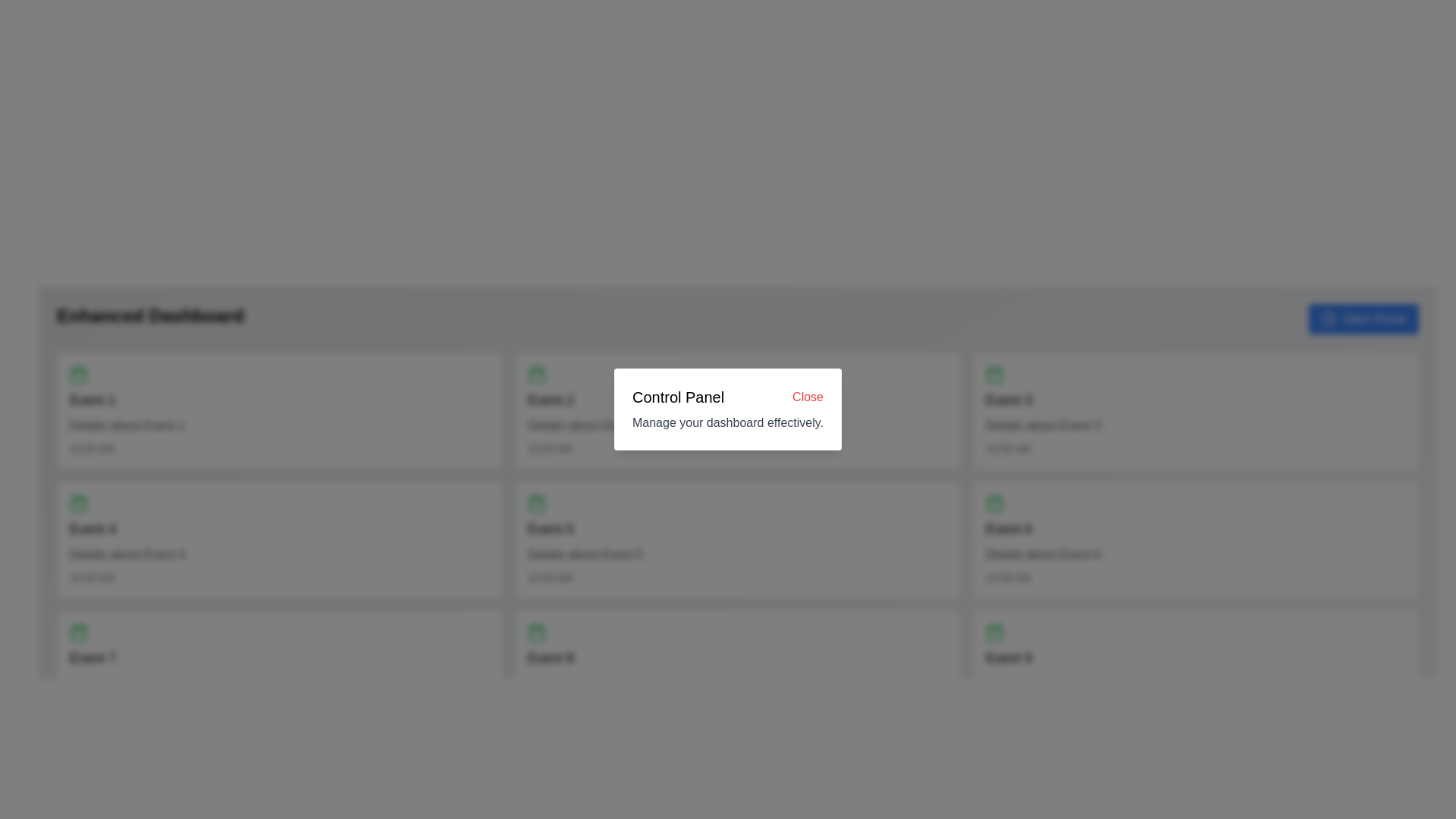 The height and width of the screenshot is (819, 1456). What do you see at coordinates (280, 668) in the screenshot?
I see `the first card in the third row of the grid layout, which represents a calendar event or schedule entry` at bounding box center [280, 668].